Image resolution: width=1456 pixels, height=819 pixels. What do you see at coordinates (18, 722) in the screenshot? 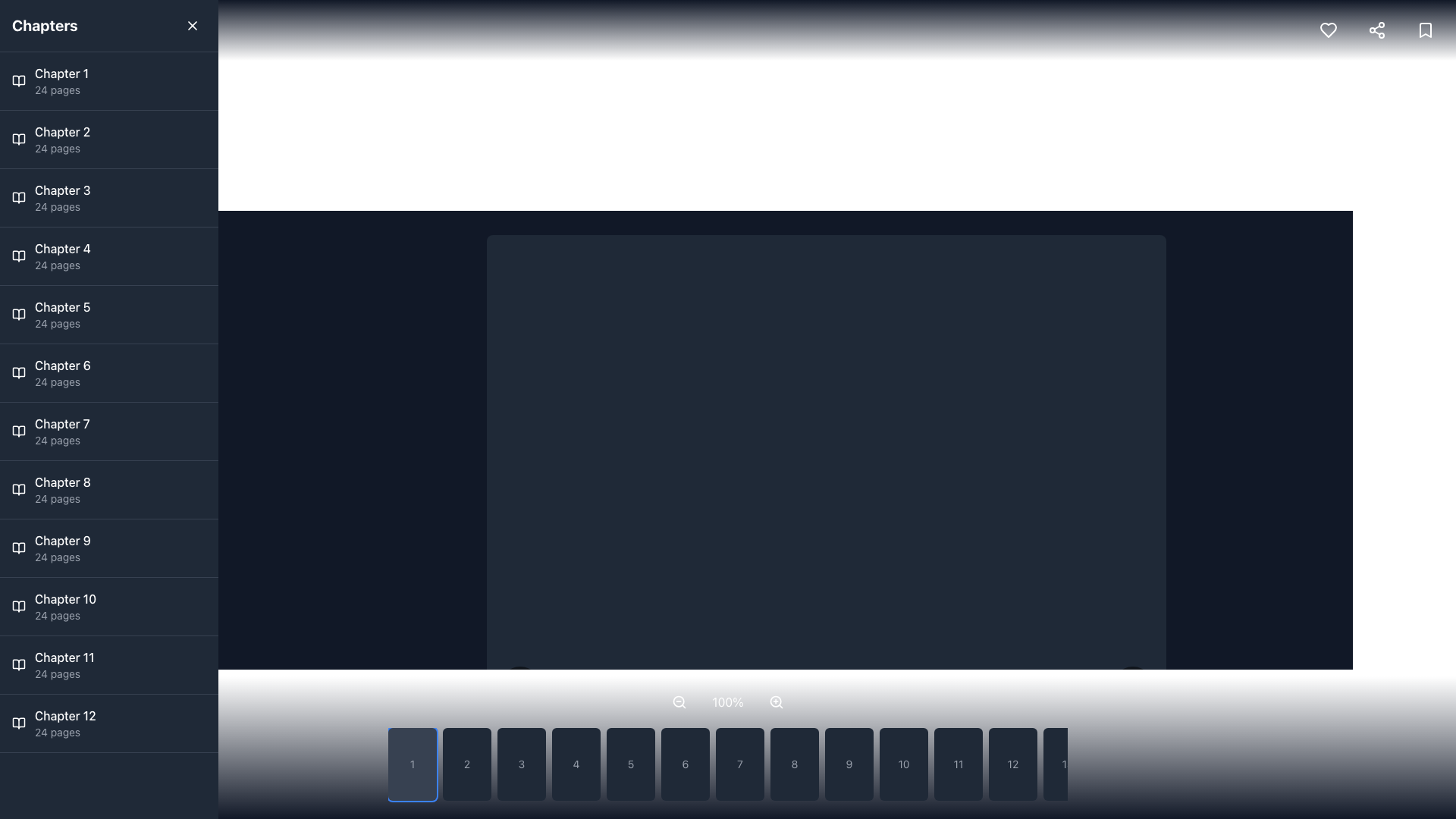
I see `the open book icon located in the left sidebar, which represents the chapter entry for 'Chapter 12' and is positioned to the left of the text 'Chapter 12' and '24 pages.'` at bounding box center [18, 722].